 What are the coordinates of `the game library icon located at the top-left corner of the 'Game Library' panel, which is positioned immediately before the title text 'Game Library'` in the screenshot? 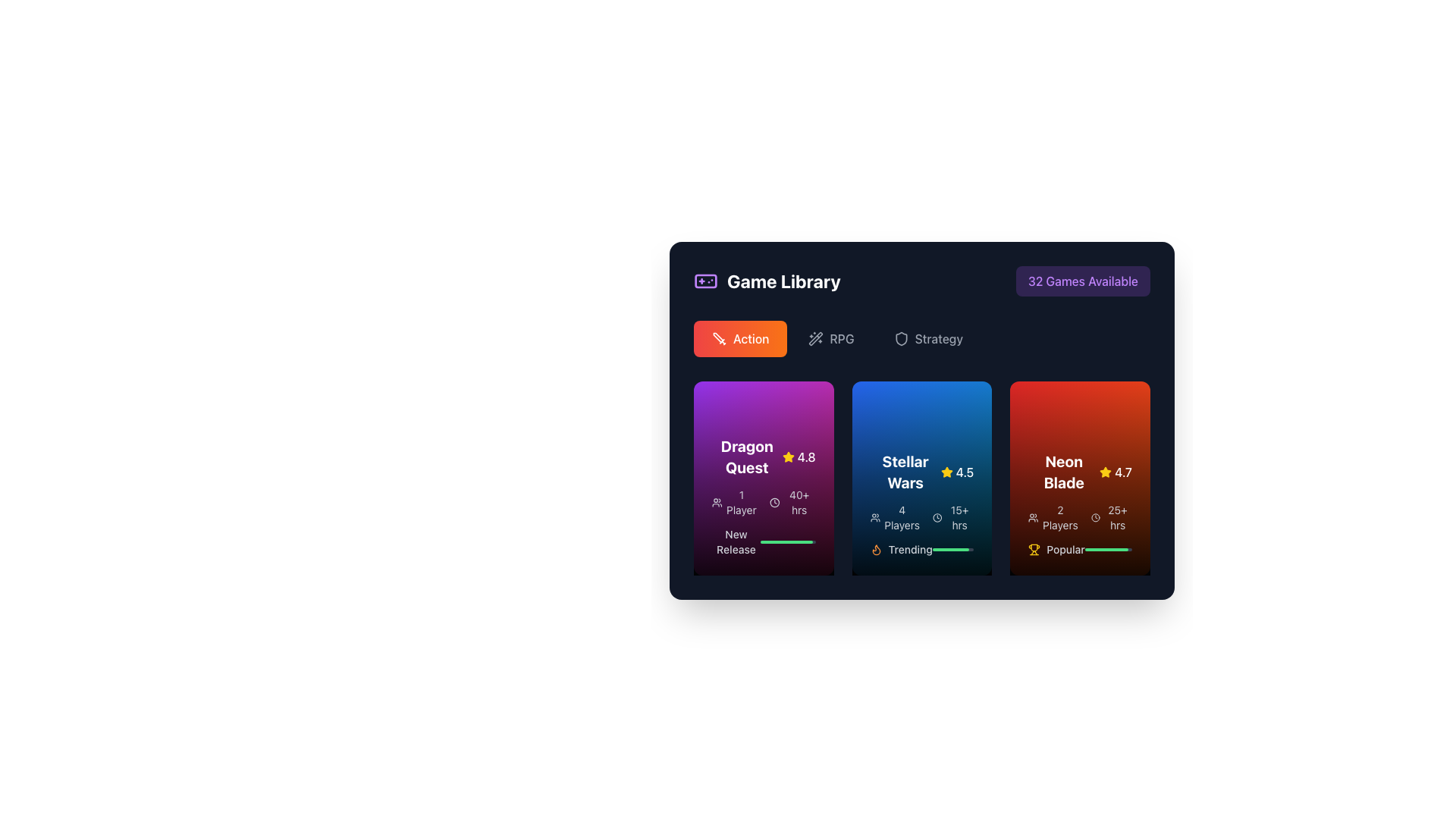 It's located at (705, 281).